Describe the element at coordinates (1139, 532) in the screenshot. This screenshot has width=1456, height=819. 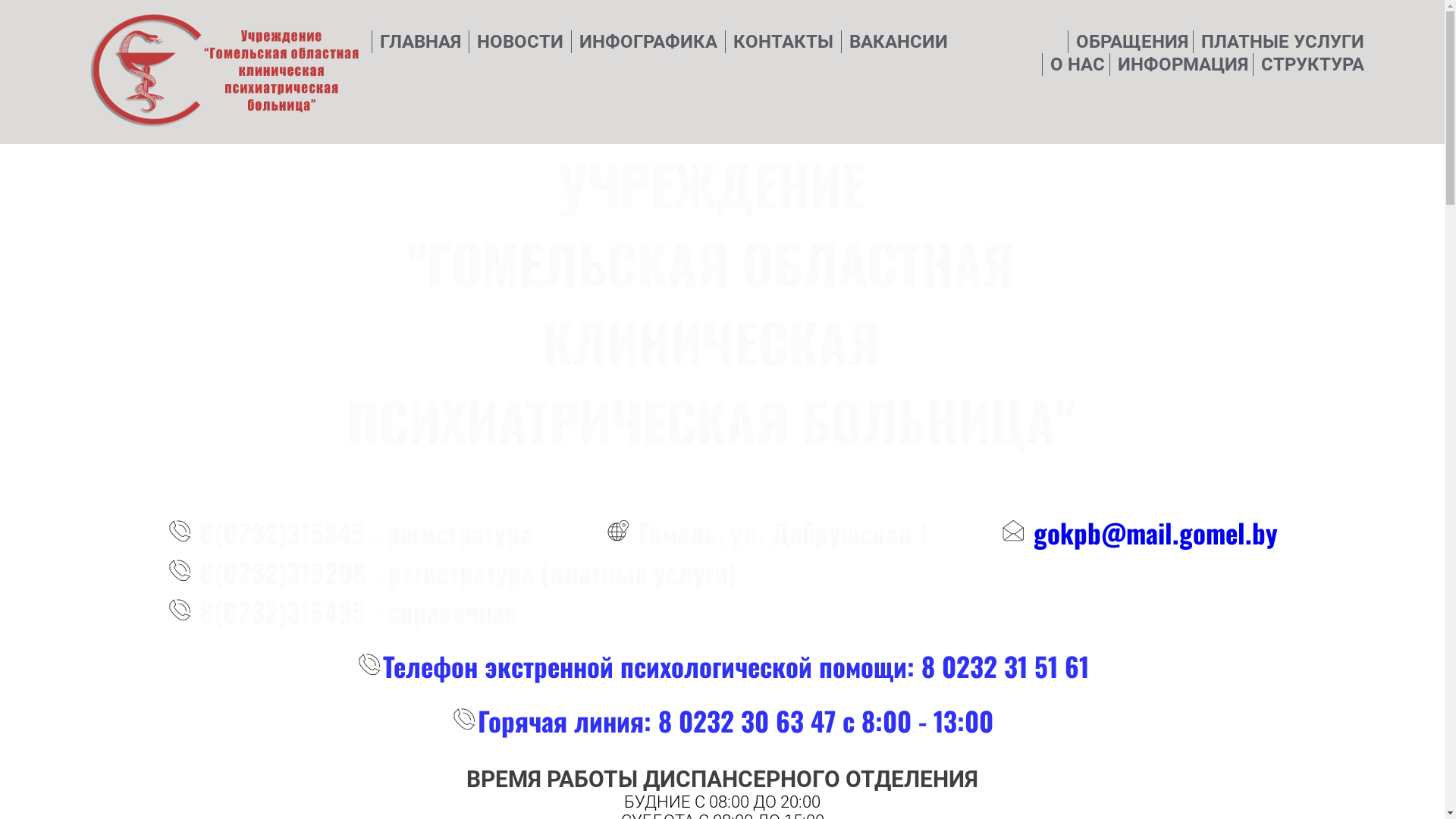
I see `'gokpb@mail.gomel.by'` at that location.